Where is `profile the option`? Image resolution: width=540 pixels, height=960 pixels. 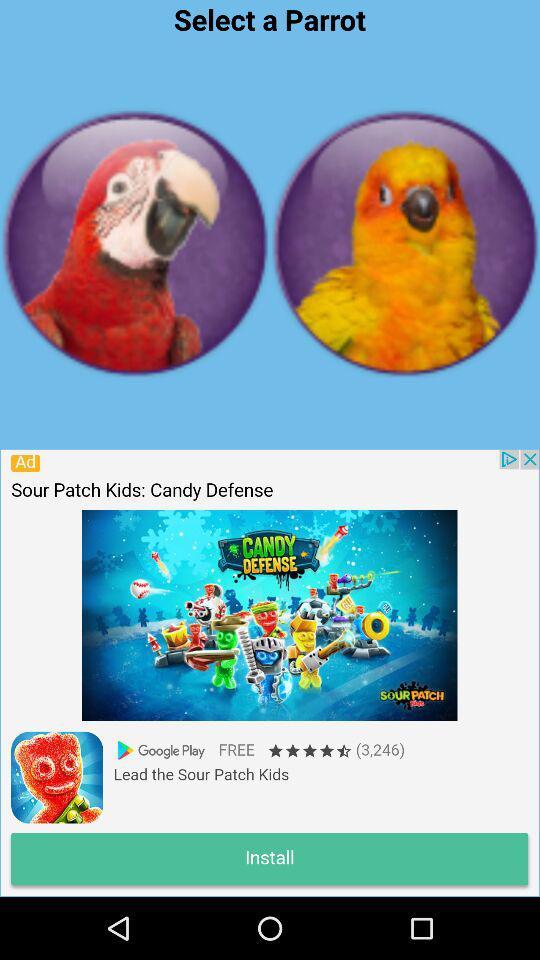 profile the option is located at coordinates (135, 242).